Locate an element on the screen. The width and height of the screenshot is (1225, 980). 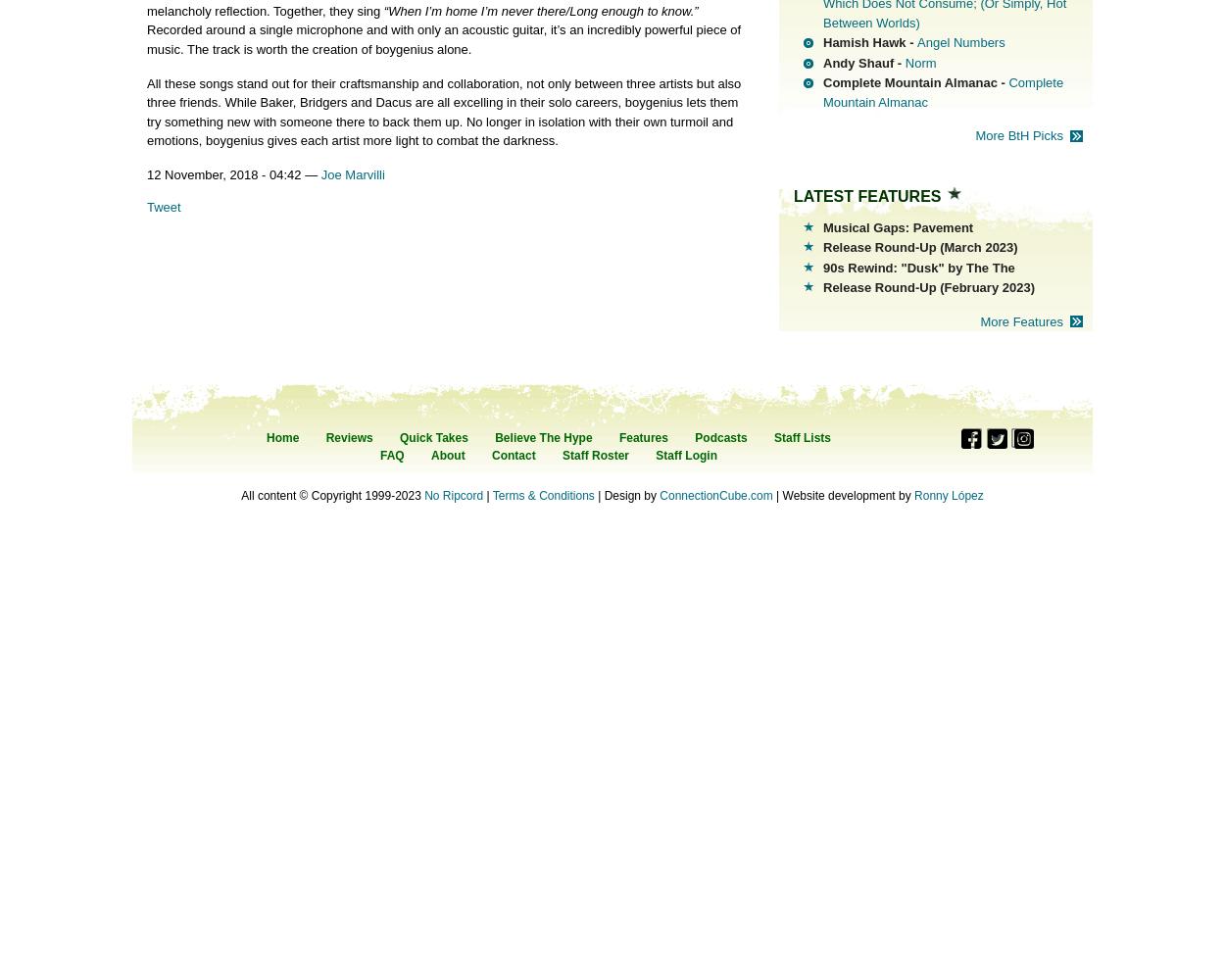
'90s Rewind: "Dusk" by The The' is located at coordinates (918, 267).